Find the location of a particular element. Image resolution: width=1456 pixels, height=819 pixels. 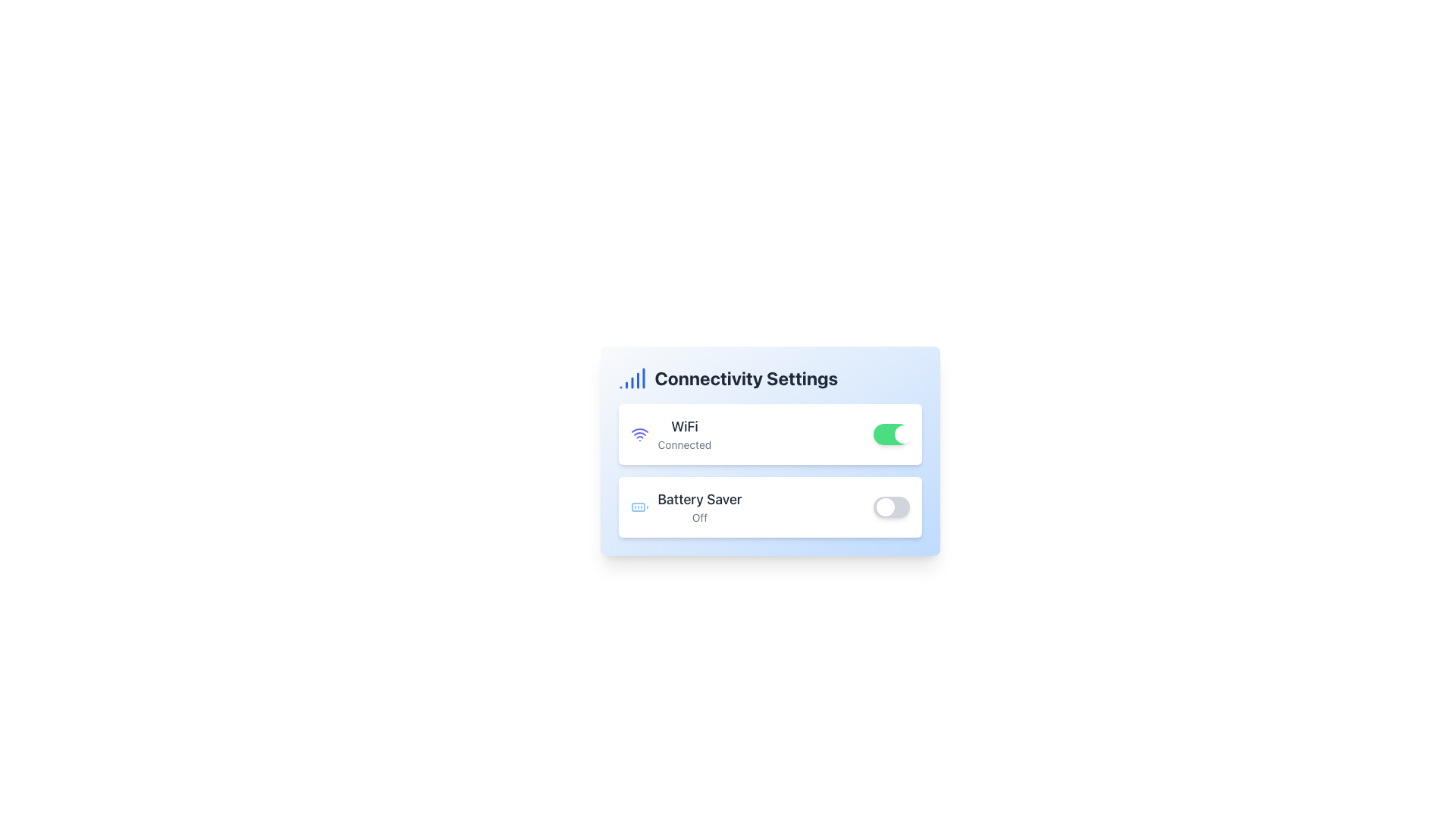

the WiFi status display located in the upper sub-section of the 'Connectivity Settings' card, positioned to the left of the green toggle switch is located at coordinates (670, 435).